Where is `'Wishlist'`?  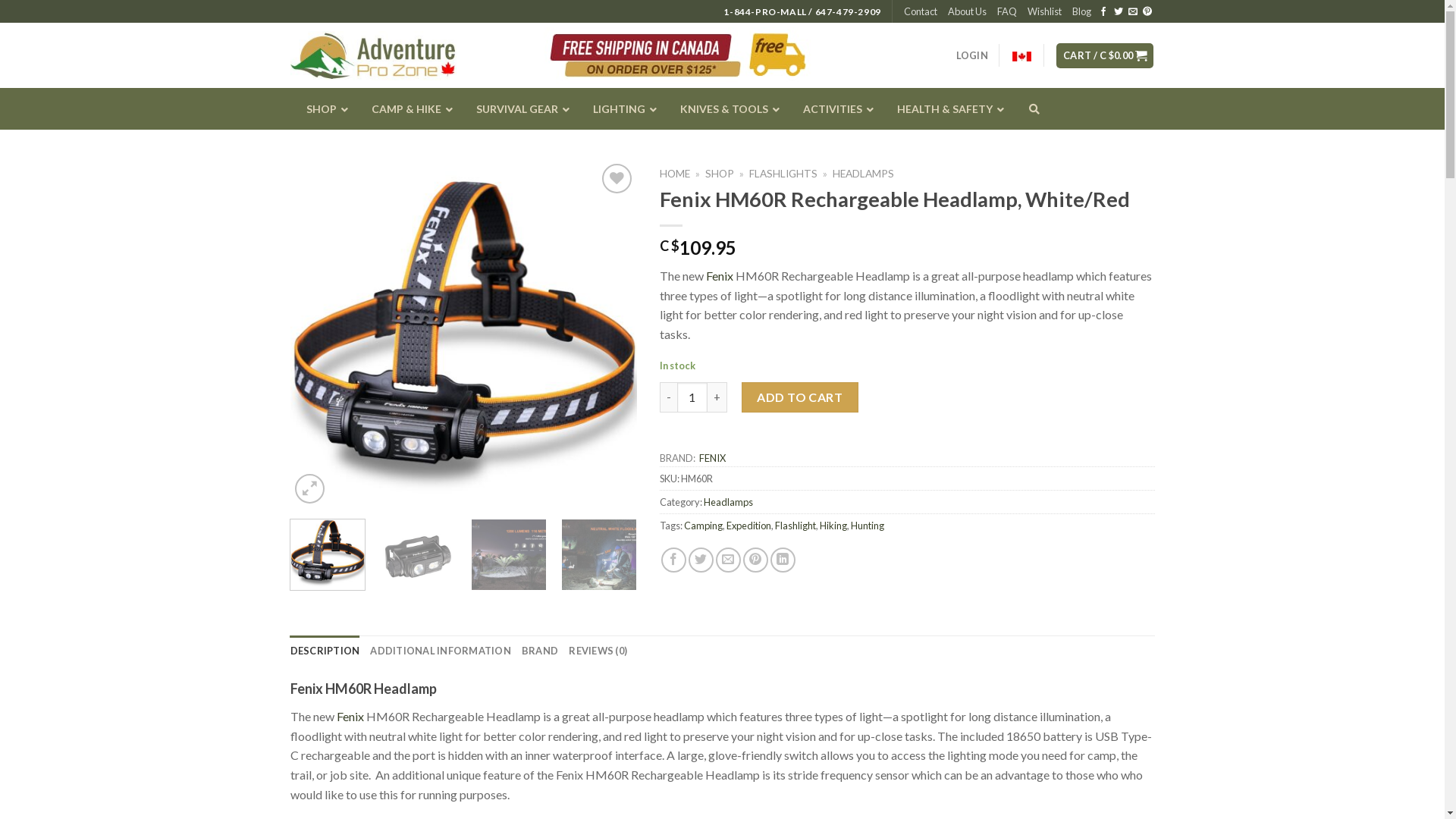
'Wishlist' is located at coordinates (1043, 11).